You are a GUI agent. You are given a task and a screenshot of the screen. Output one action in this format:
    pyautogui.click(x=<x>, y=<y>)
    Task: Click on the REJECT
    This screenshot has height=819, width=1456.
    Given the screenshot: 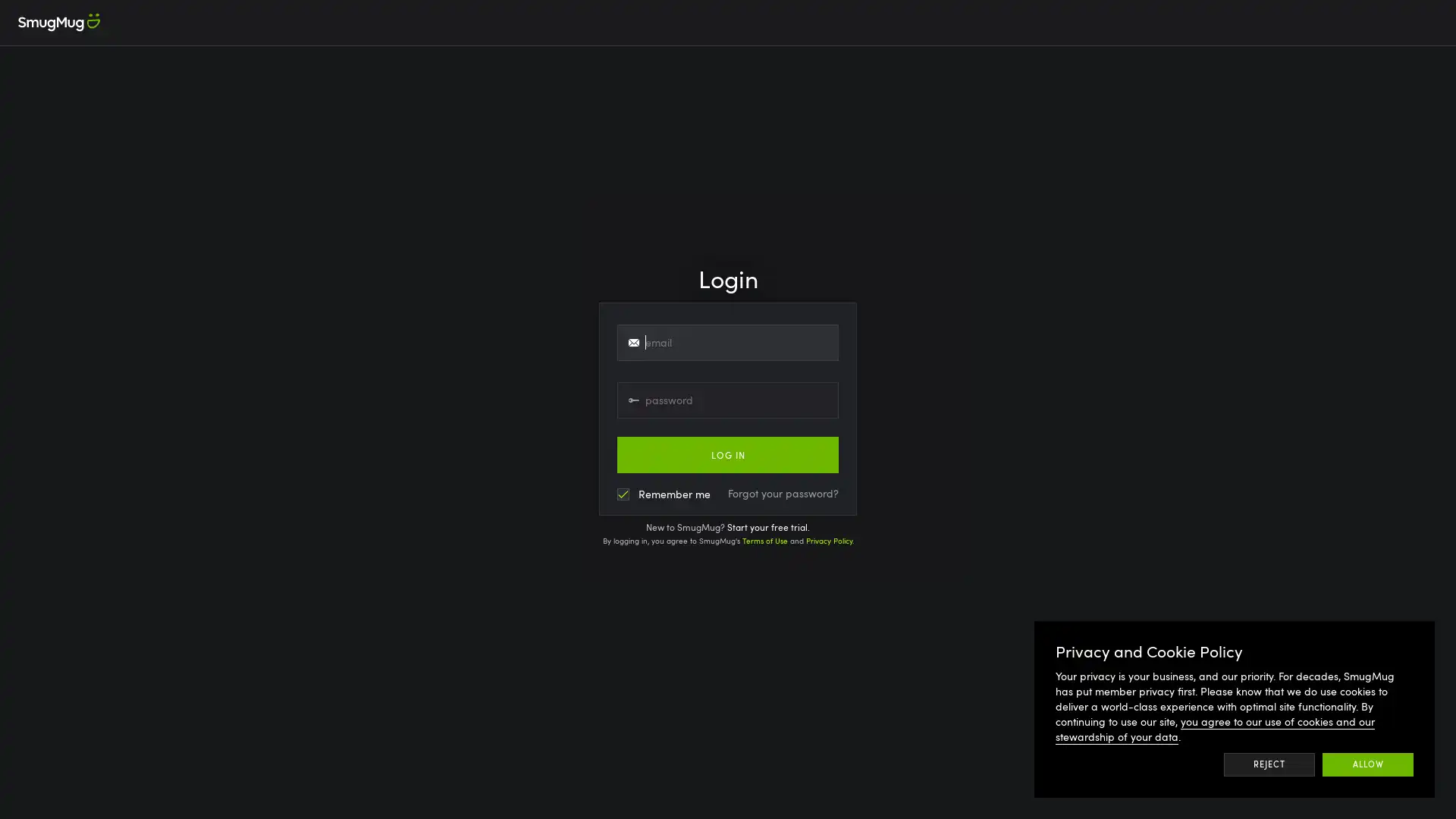 What is the action you would take?
    pyautogui.click(x=1269, y=764)
    